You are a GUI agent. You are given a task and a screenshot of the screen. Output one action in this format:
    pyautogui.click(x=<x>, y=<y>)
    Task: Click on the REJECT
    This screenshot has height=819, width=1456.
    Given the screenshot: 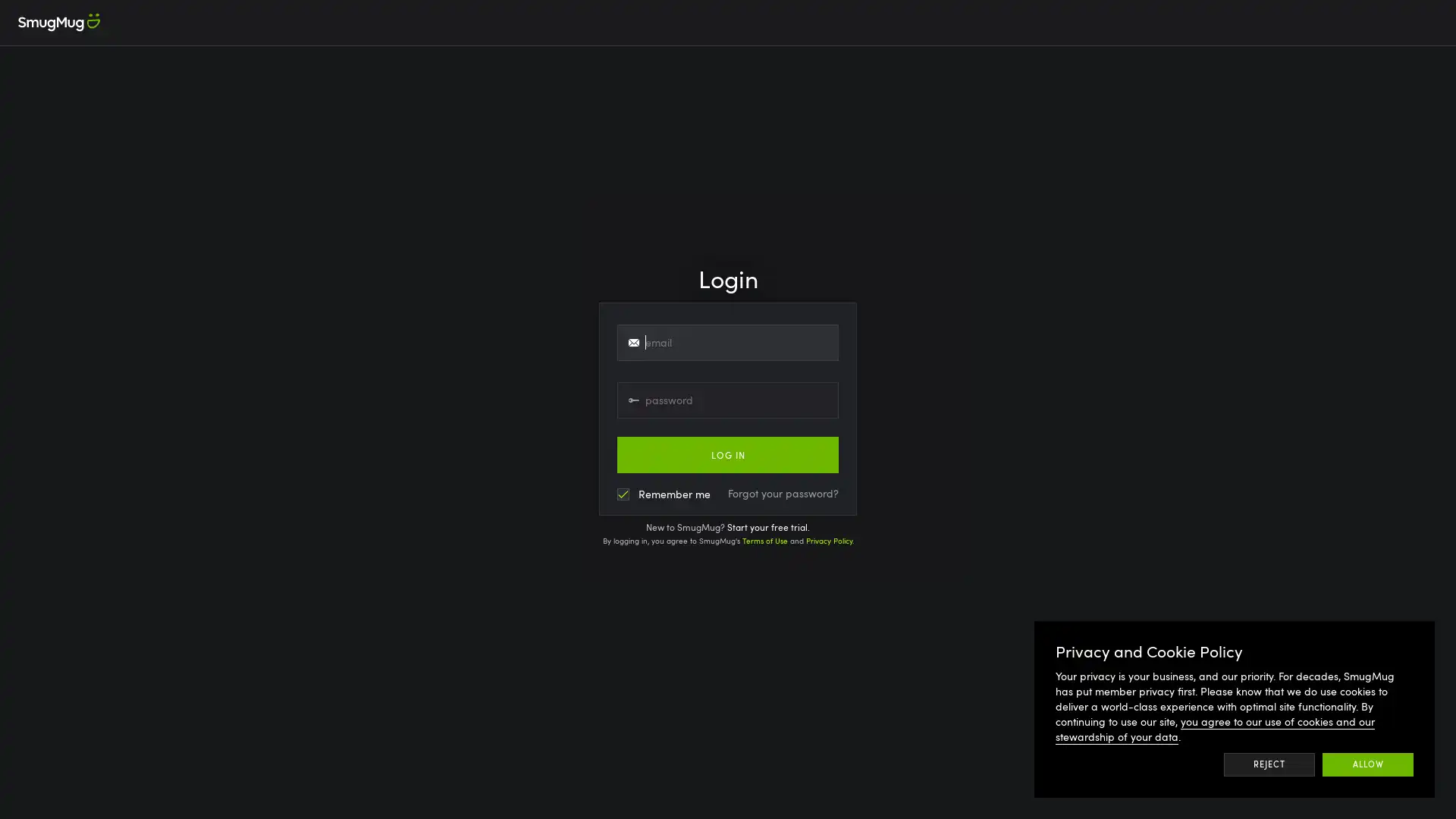 What is the action you would take?
    pyautogui.click(x=1269, y=764)
    